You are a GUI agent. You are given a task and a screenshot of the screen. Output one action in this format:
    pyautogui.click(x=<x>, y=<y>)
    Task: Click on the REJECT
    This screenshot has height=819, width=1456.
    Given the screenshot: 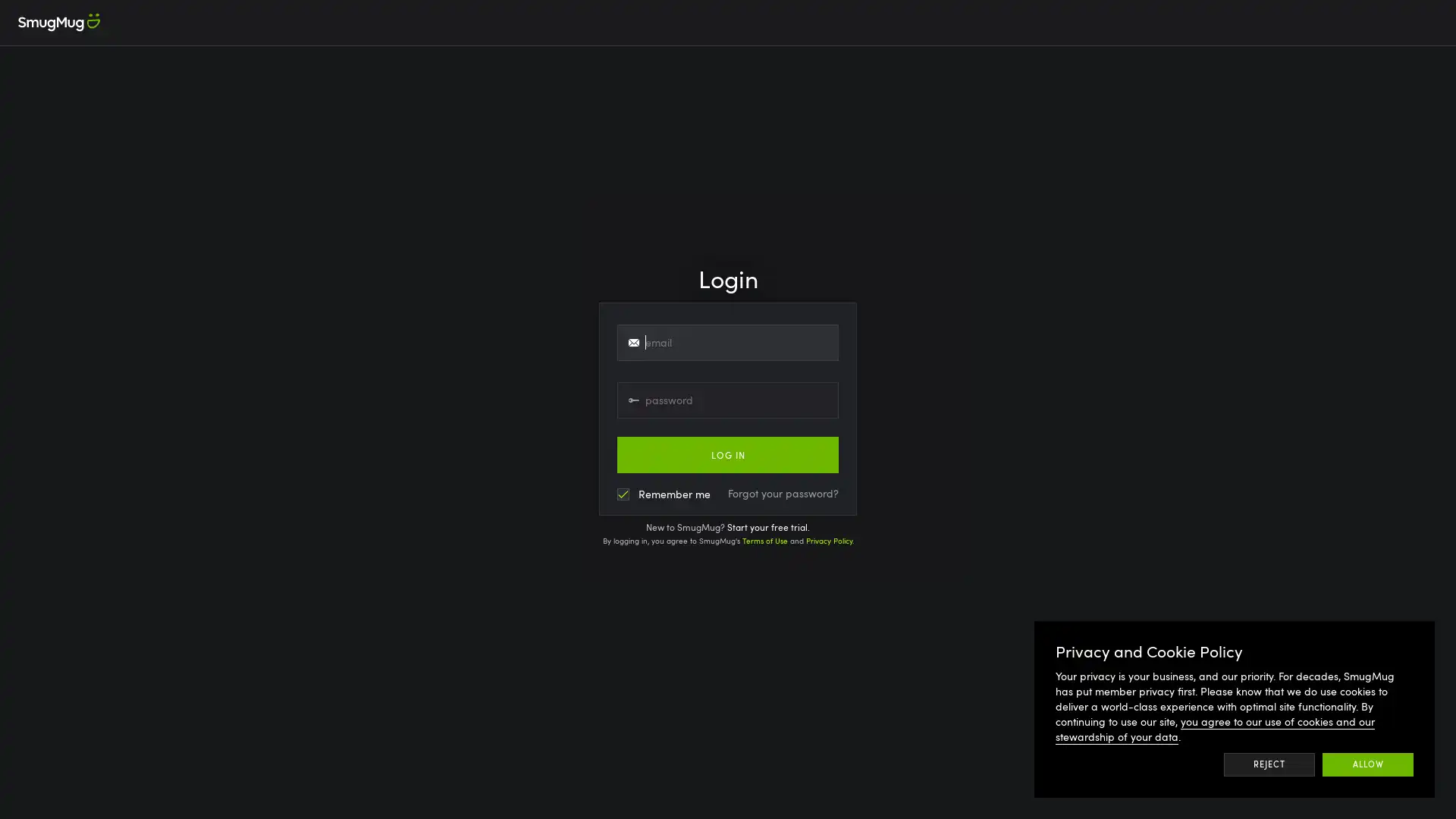 What is the action you would take?
    pyautogui.click(x=1269, y=764)
    